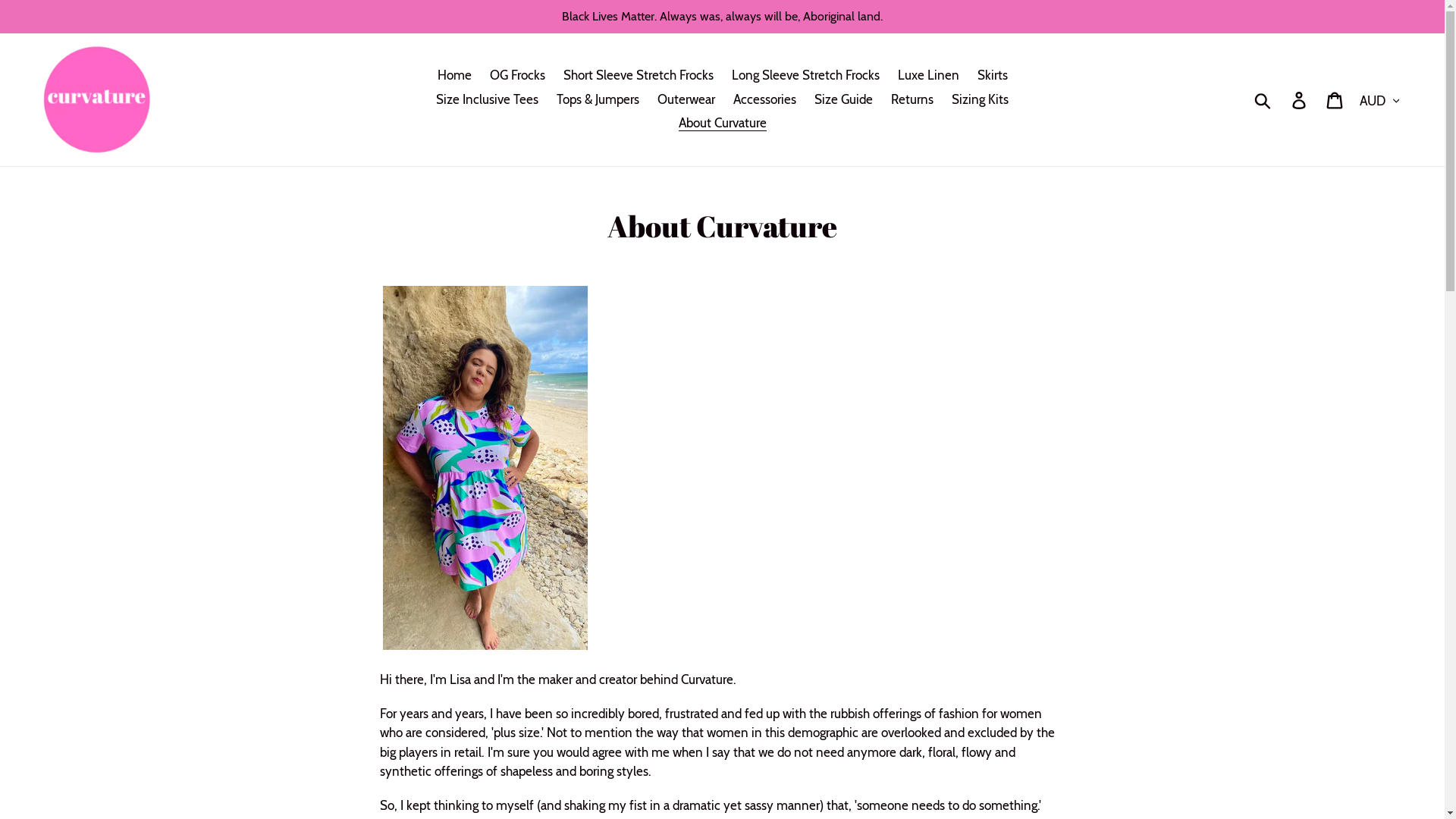 This screenshot has width=1456, height=819. I want to click on 'Submit', so click(1244, 99).